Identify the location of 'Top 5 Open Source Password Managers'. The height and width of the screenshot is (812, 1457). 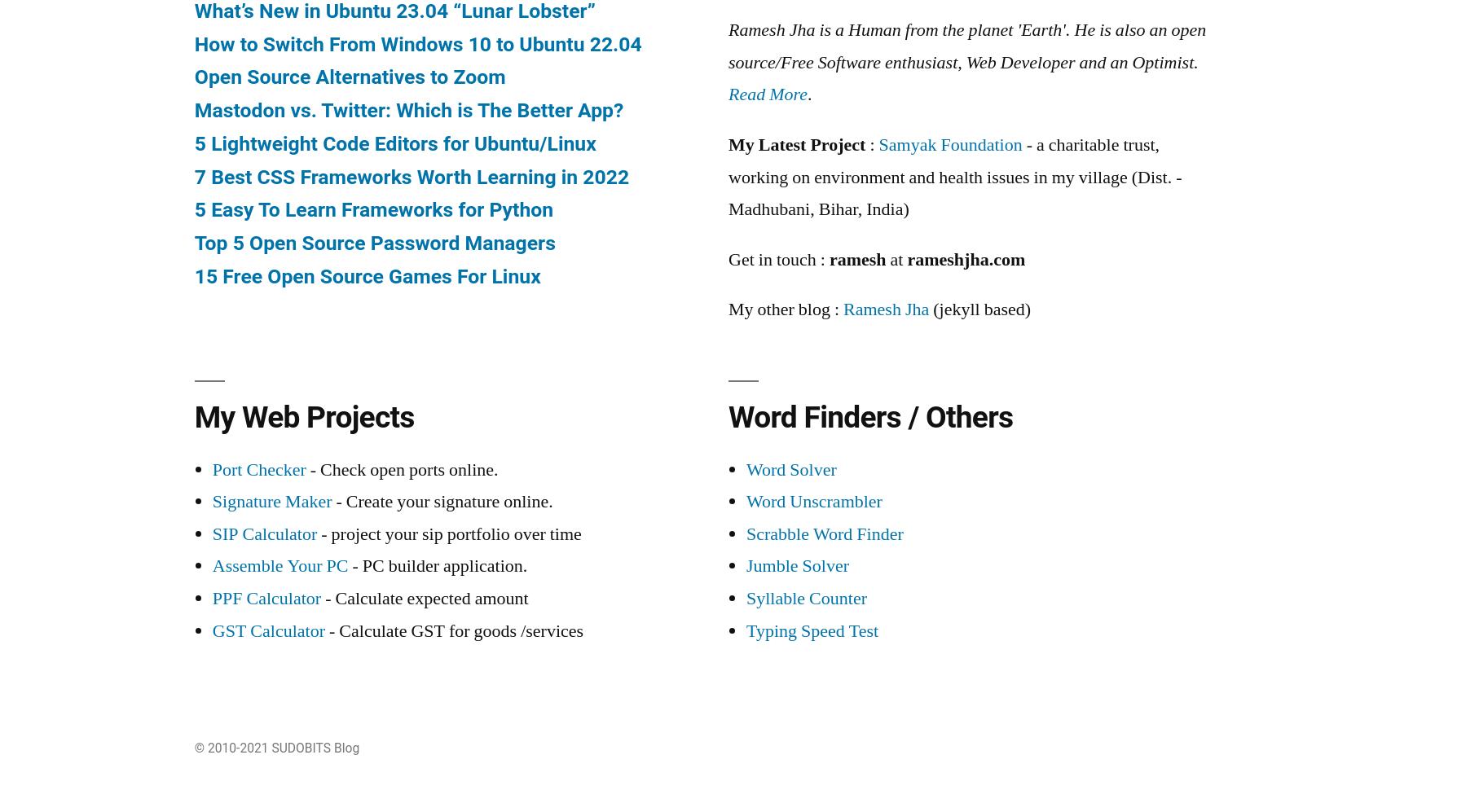
(374, 242).